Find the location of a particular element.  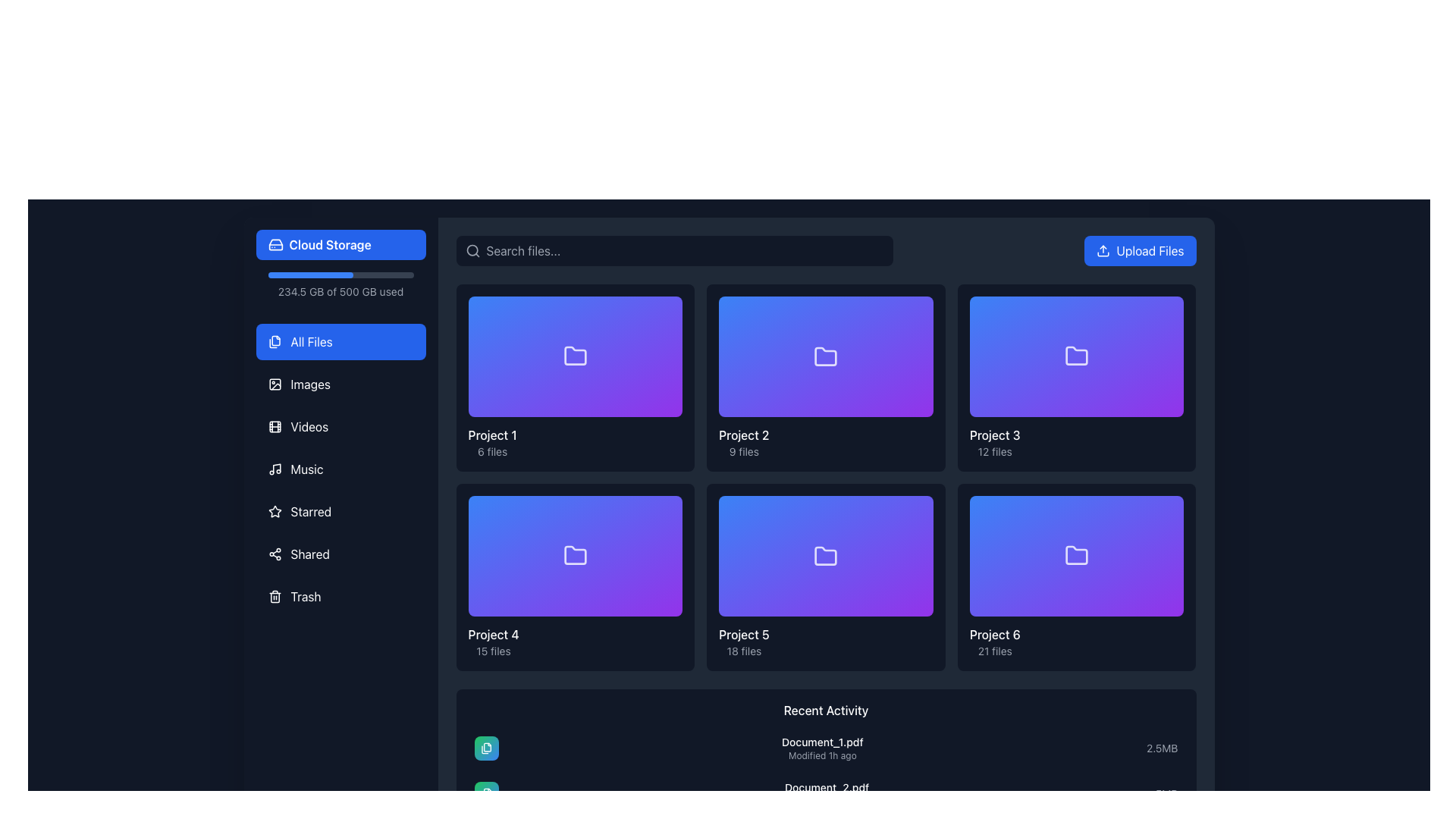

the folder icon with rounded edges on a gradient blue-to-purple background, located within the 'Project 6' card is located at coordinates (1076, 556).